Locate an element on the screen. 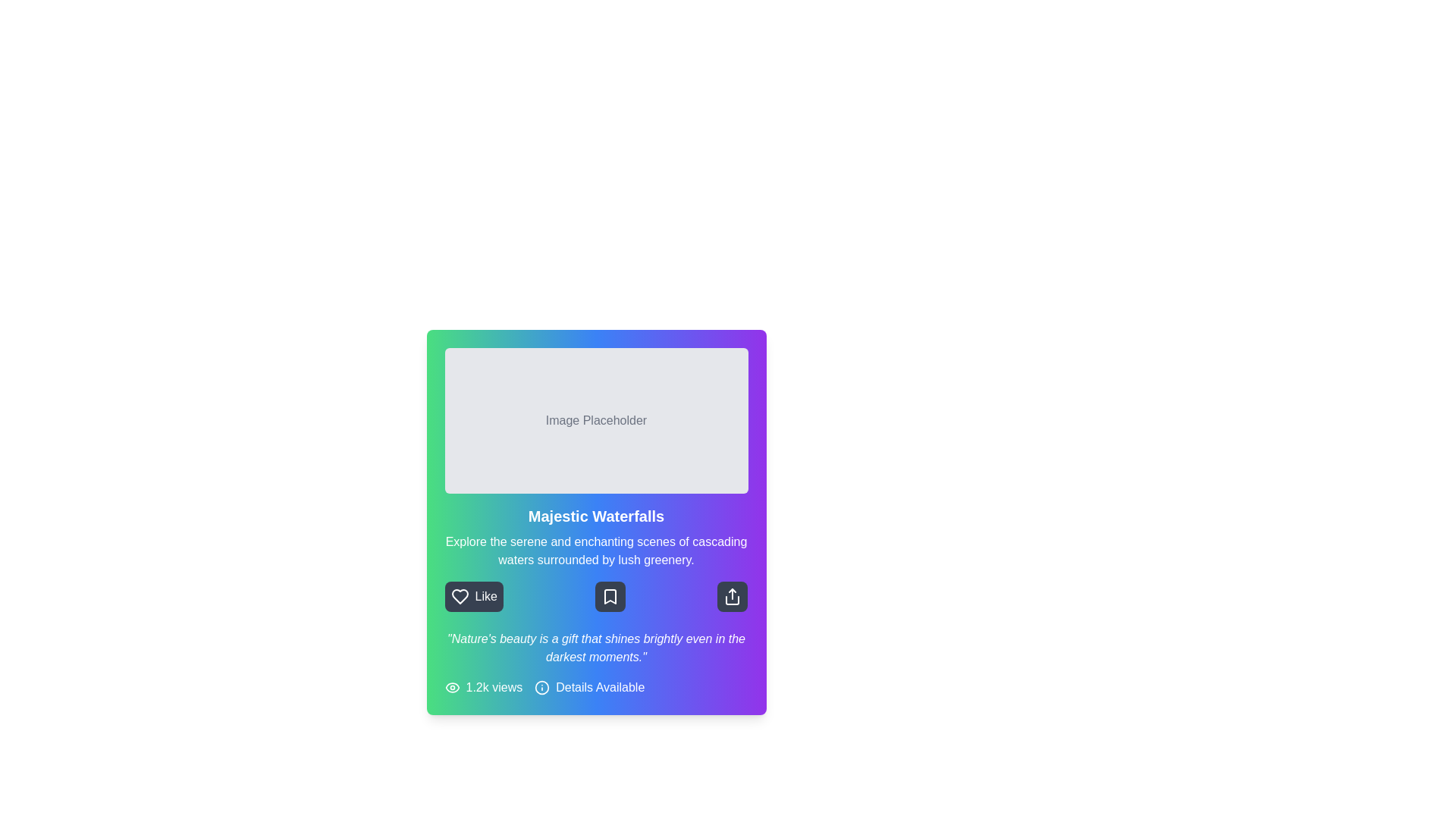 The height and width of the screenshot is (819, 1456). the Image Placeholder located above the 'Majestic Waterfalls' text in the content card is located at coordinates (595, 421).